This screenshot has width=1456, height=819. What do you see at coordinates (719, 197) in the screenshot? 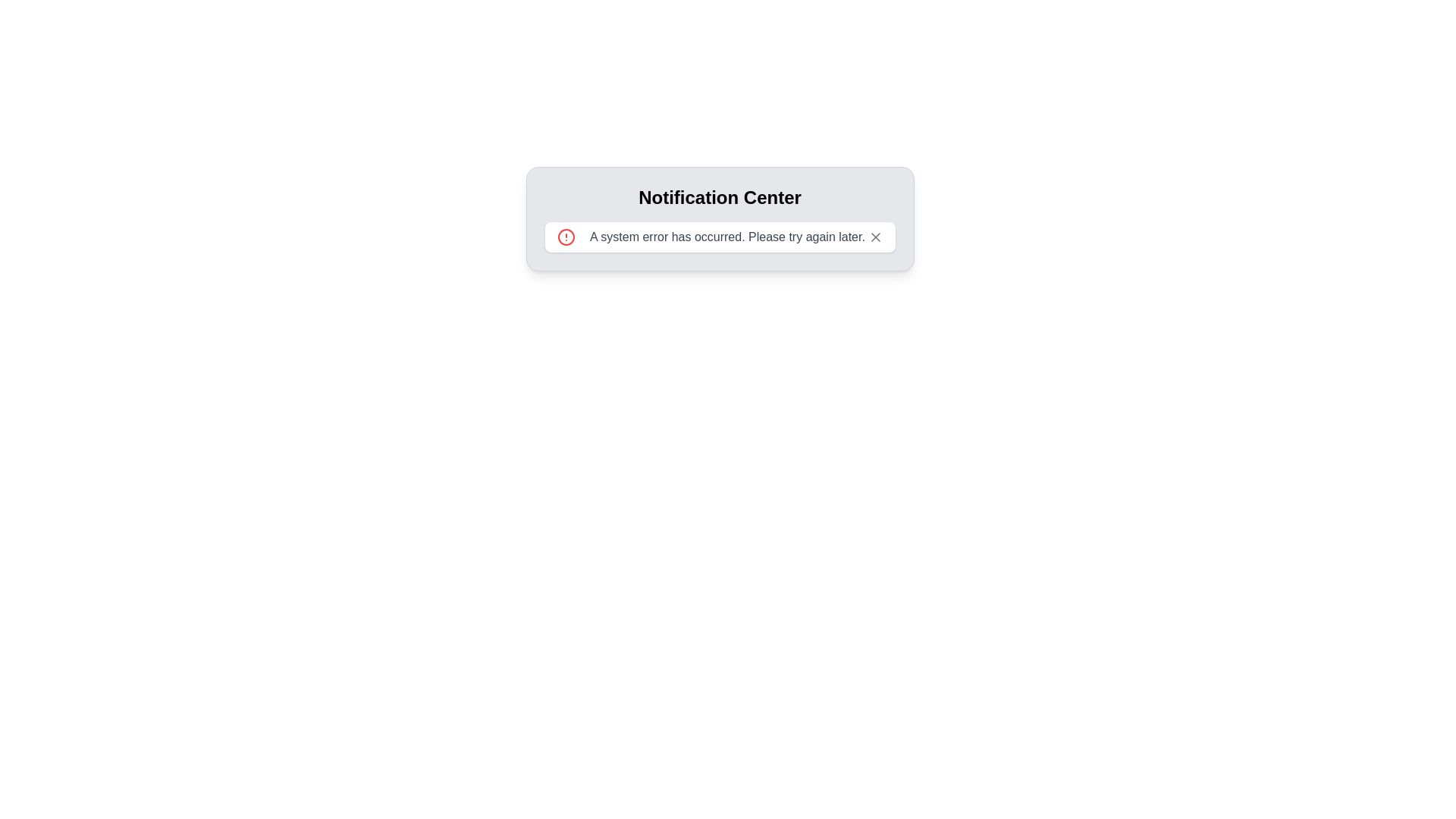
I see `the title text element at the top of the notification card that describes its content` at bounding box center [719, 197].